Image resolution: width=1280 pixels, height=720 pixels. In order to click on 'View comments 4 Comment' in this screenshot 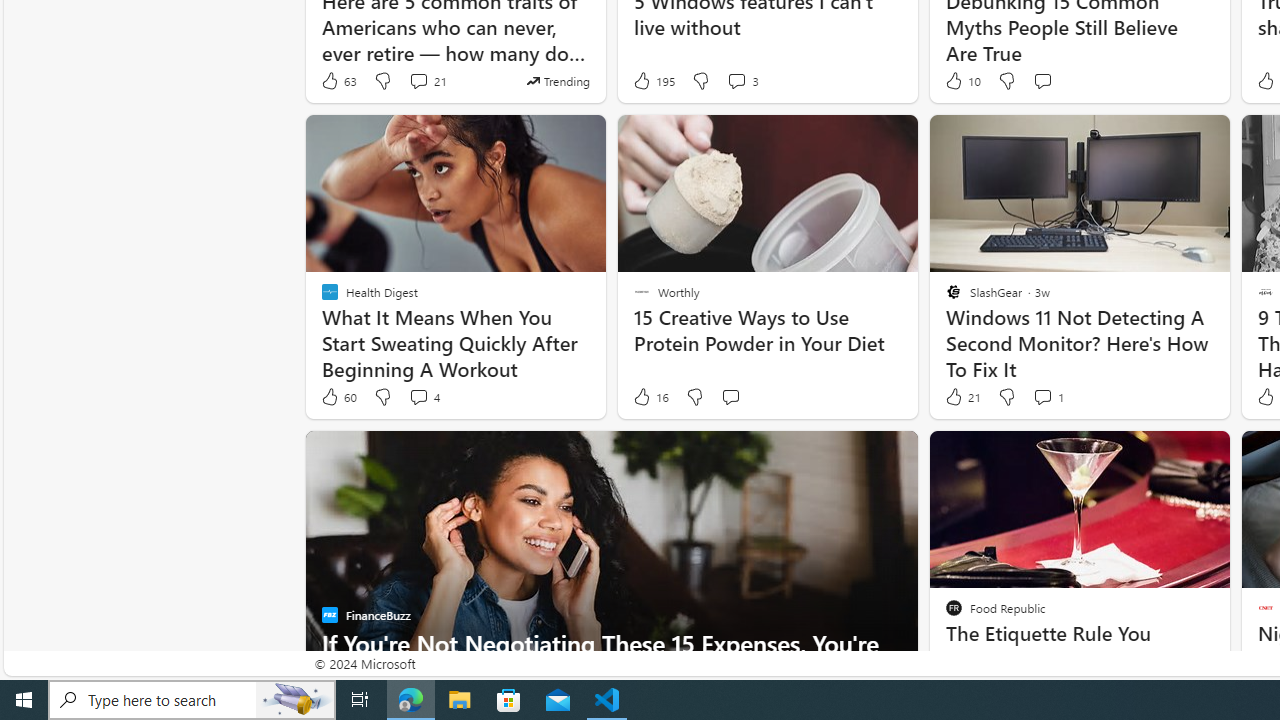, I will do `click(422, 397)`.